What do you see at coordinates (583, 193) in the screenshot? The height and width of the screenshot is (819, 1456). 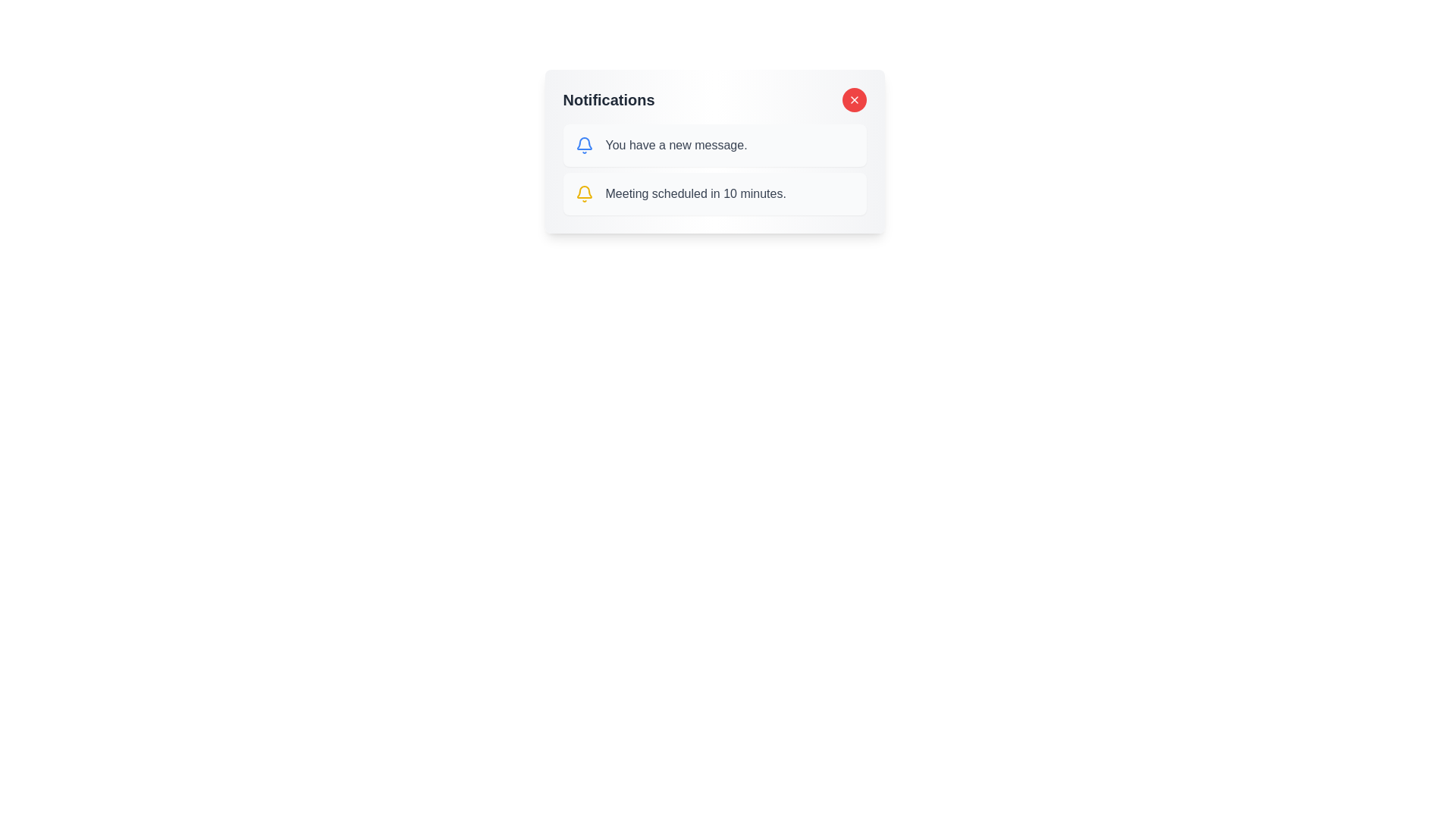 I see `the yellow bell-shaped icon located in the left section of the second notification row within the notification panel` at bounding box center [583, 193].